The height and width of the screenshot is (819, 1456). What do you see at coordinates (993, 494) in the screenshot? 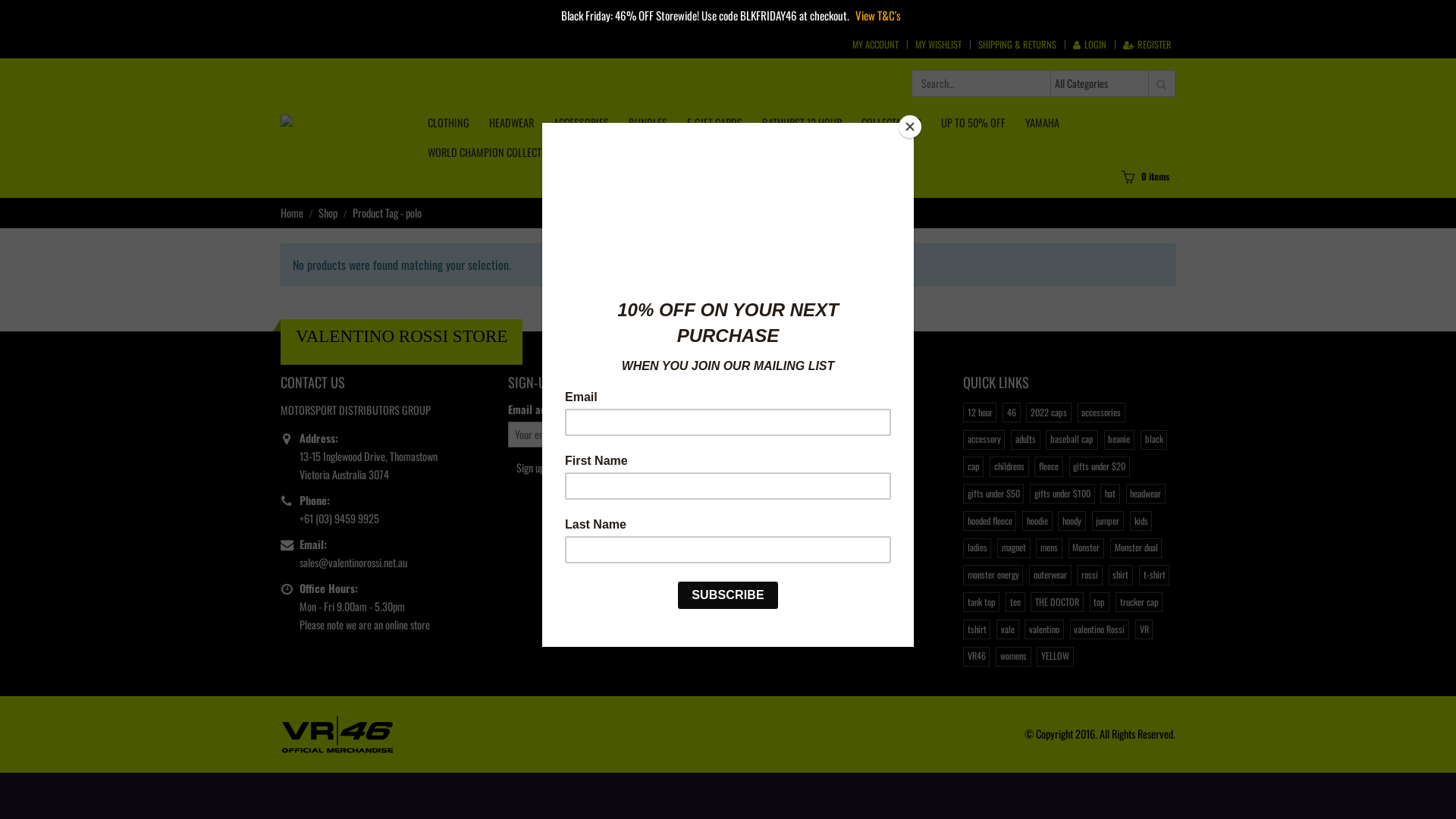
I see `'gifts under $50'` at bounding box center [993, 494].